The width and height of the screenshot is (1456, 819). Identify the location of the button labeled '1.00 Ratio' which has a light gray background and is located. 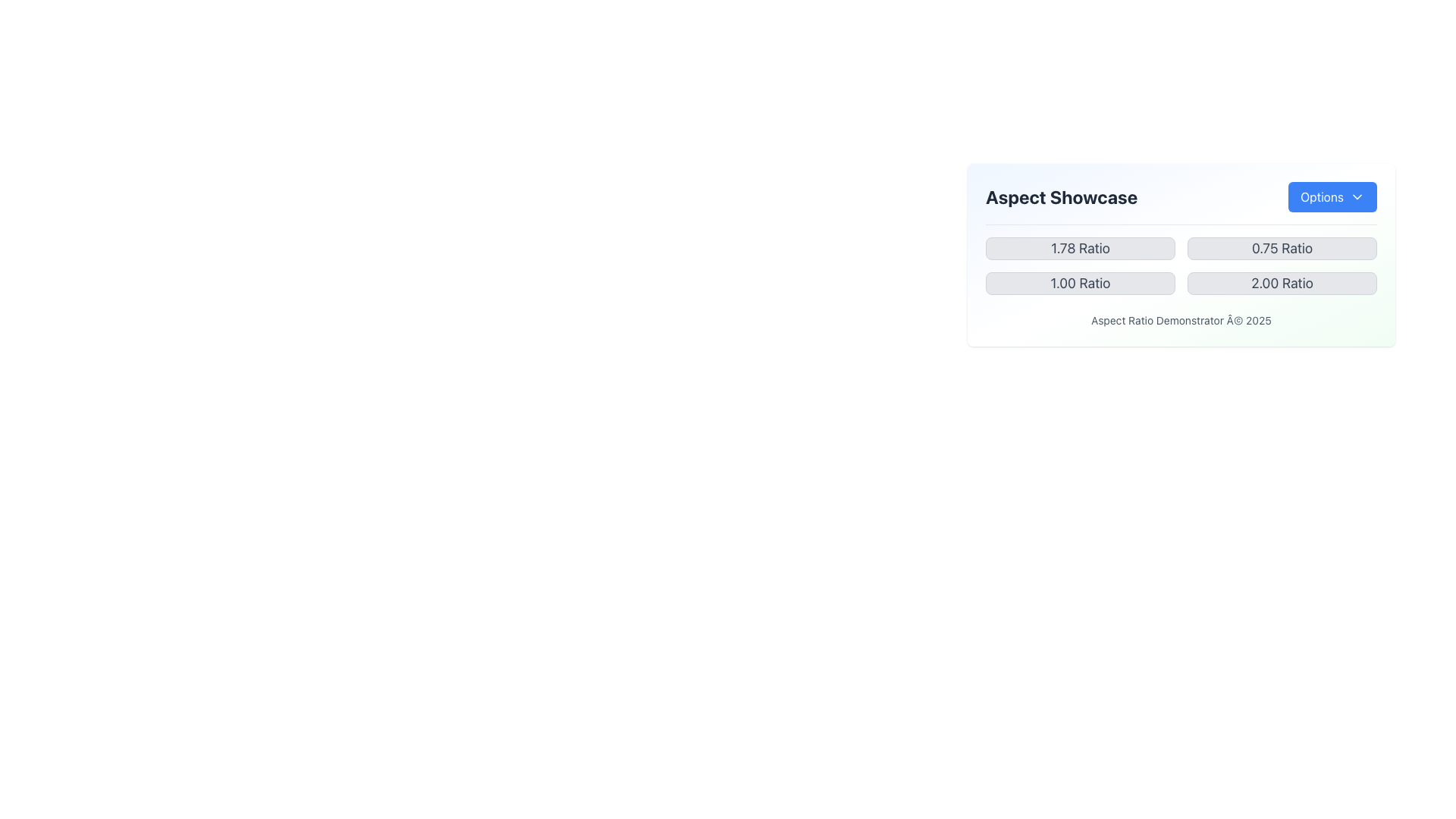
(1080, 284).